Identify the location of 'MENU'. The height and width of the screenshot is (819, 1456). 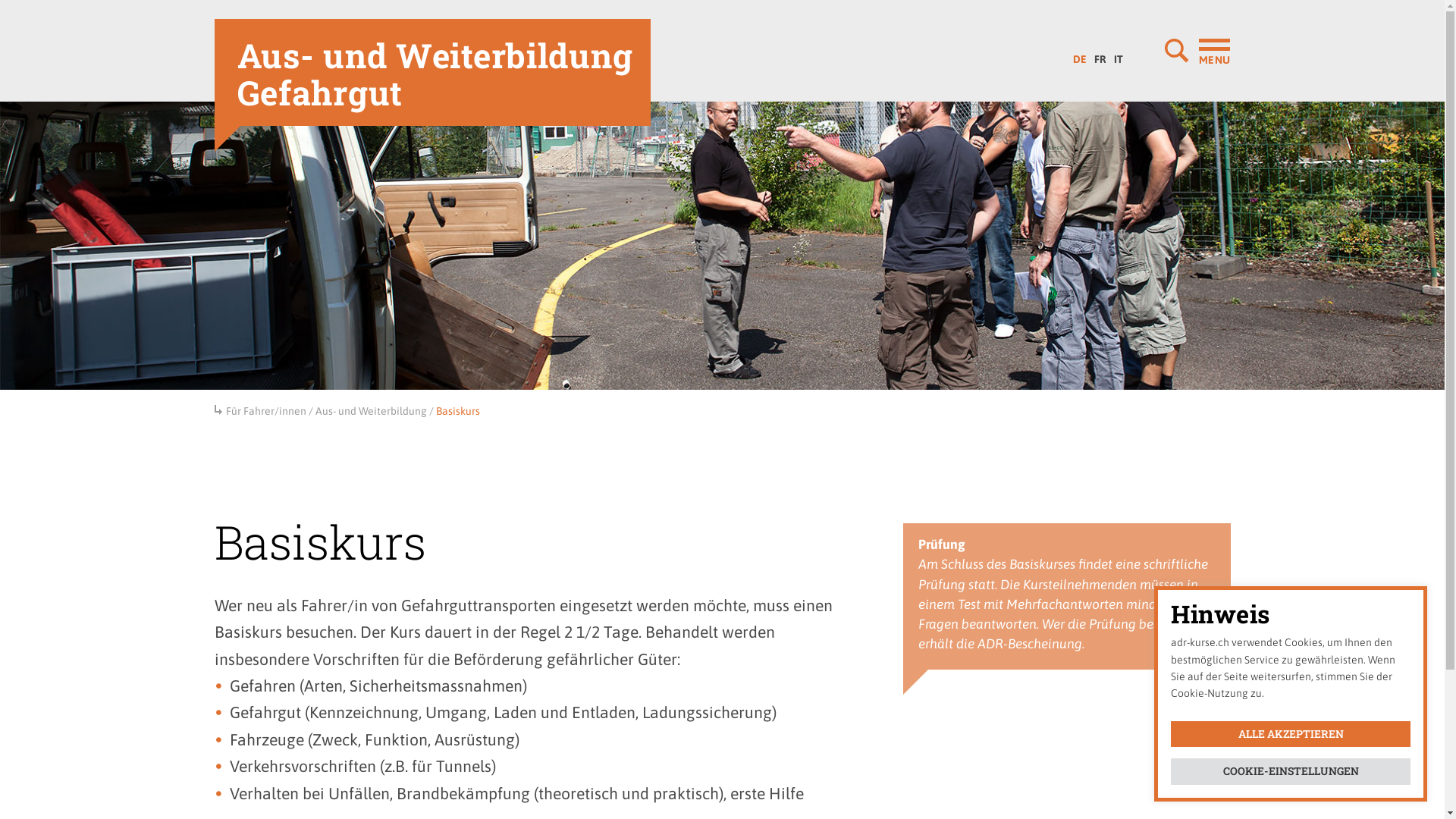
(1164, 49).